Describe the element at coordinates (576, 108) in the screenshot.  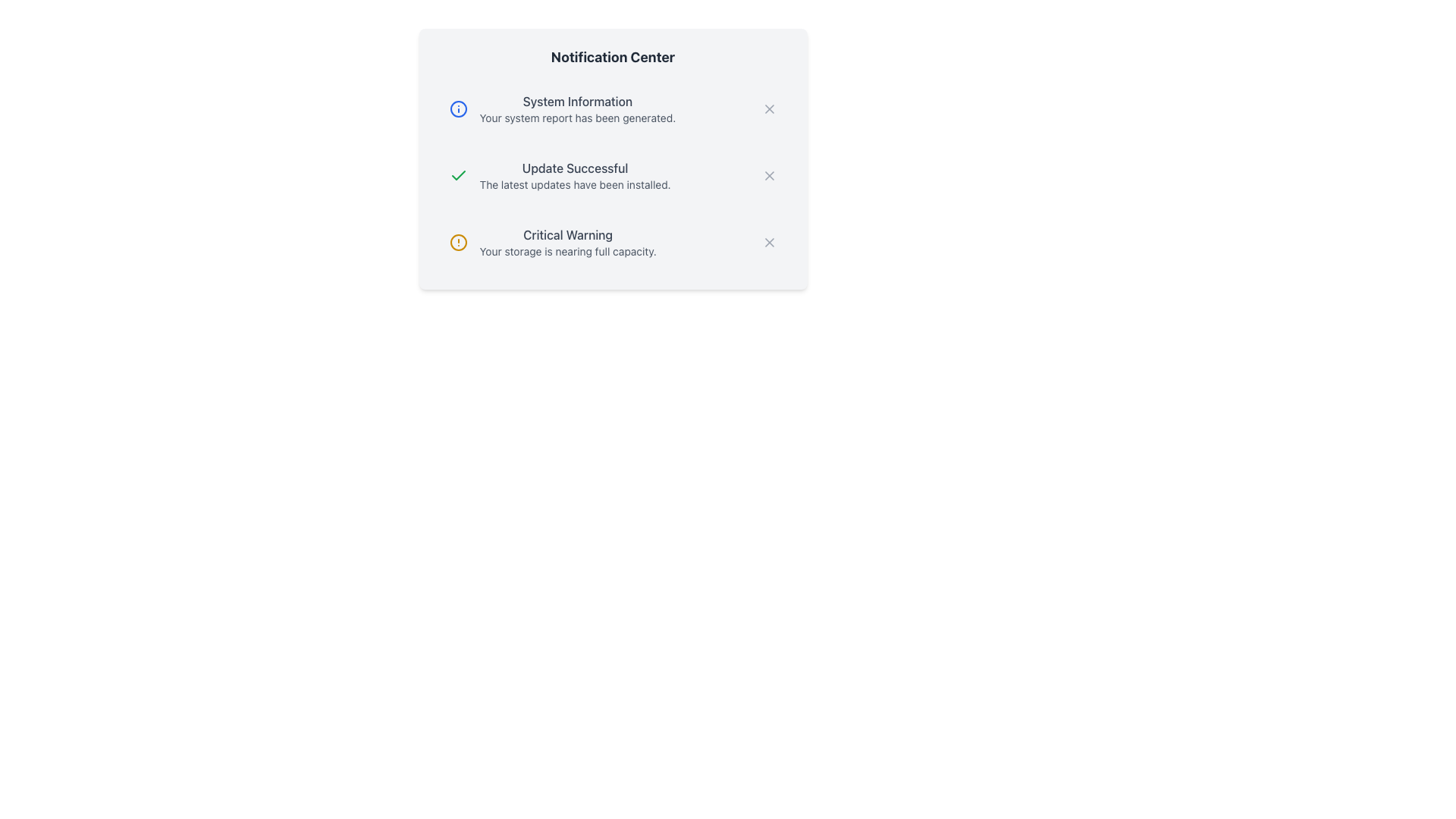
I see `descriptive text of the Text block containing the title and subtitle that informs the user about the successful generation of a system report, located near the top-left corner of the notification box in the Notification Center` at that location.